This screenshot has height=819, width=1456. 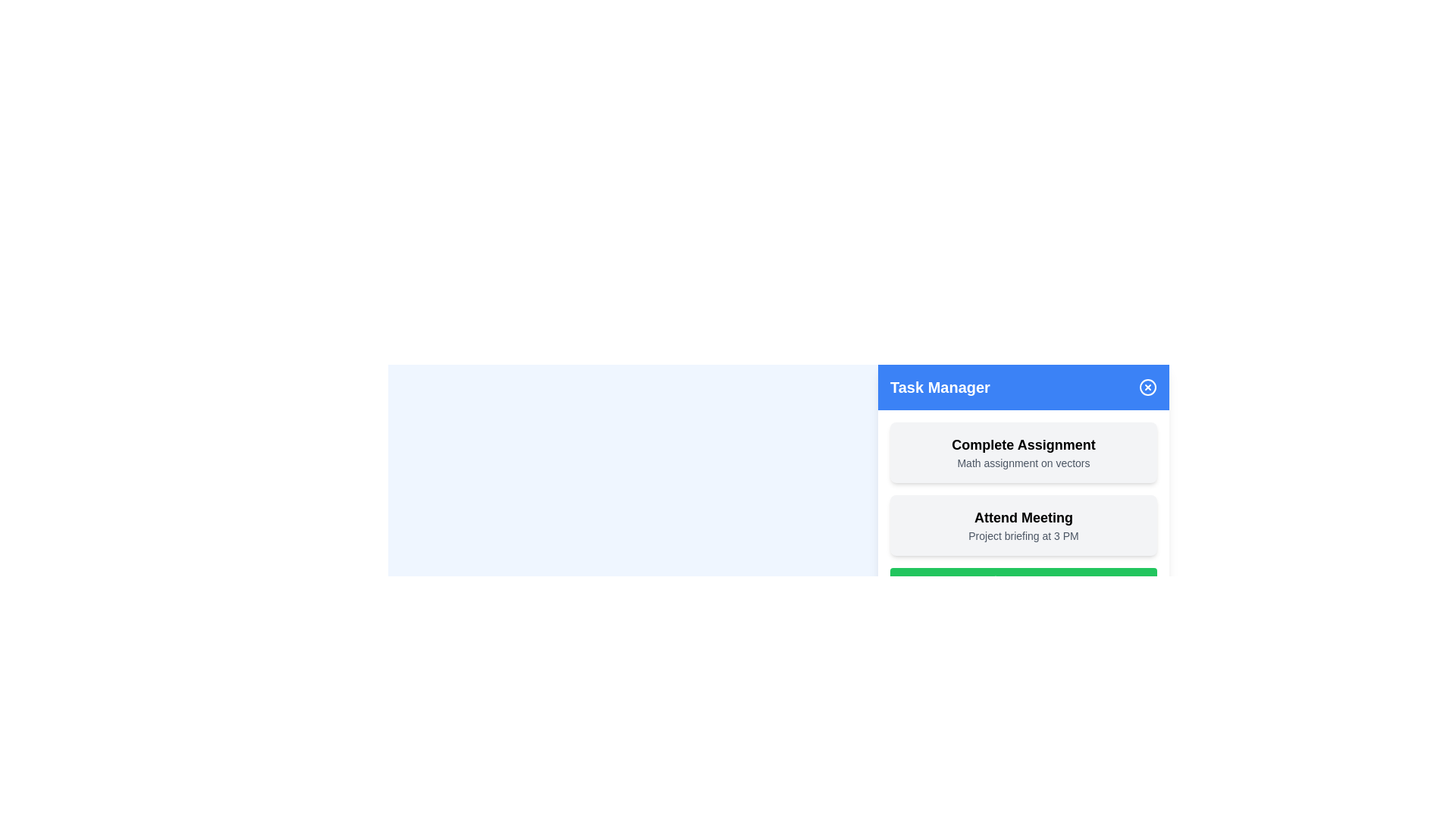 What do you see at coordinates (1023, 582) in the screenshot?
I see `the 'Add Task' button located at the bottom of the task list in the 'Task Manager' section` at bounding box center [1023, 582].